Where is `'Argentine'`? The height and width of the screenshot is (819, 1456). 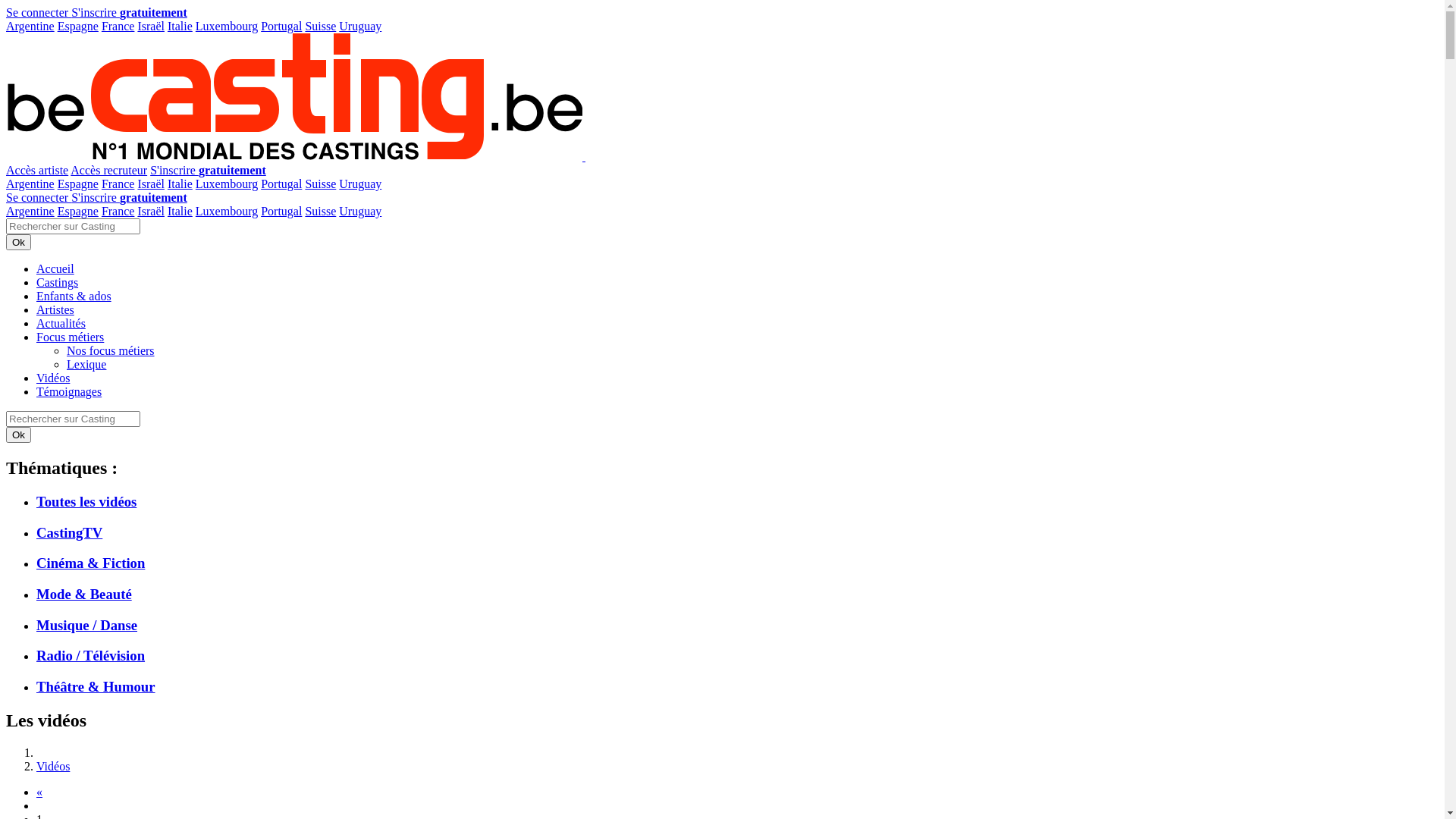
'Argentine' is located at coordinates (30, 26).